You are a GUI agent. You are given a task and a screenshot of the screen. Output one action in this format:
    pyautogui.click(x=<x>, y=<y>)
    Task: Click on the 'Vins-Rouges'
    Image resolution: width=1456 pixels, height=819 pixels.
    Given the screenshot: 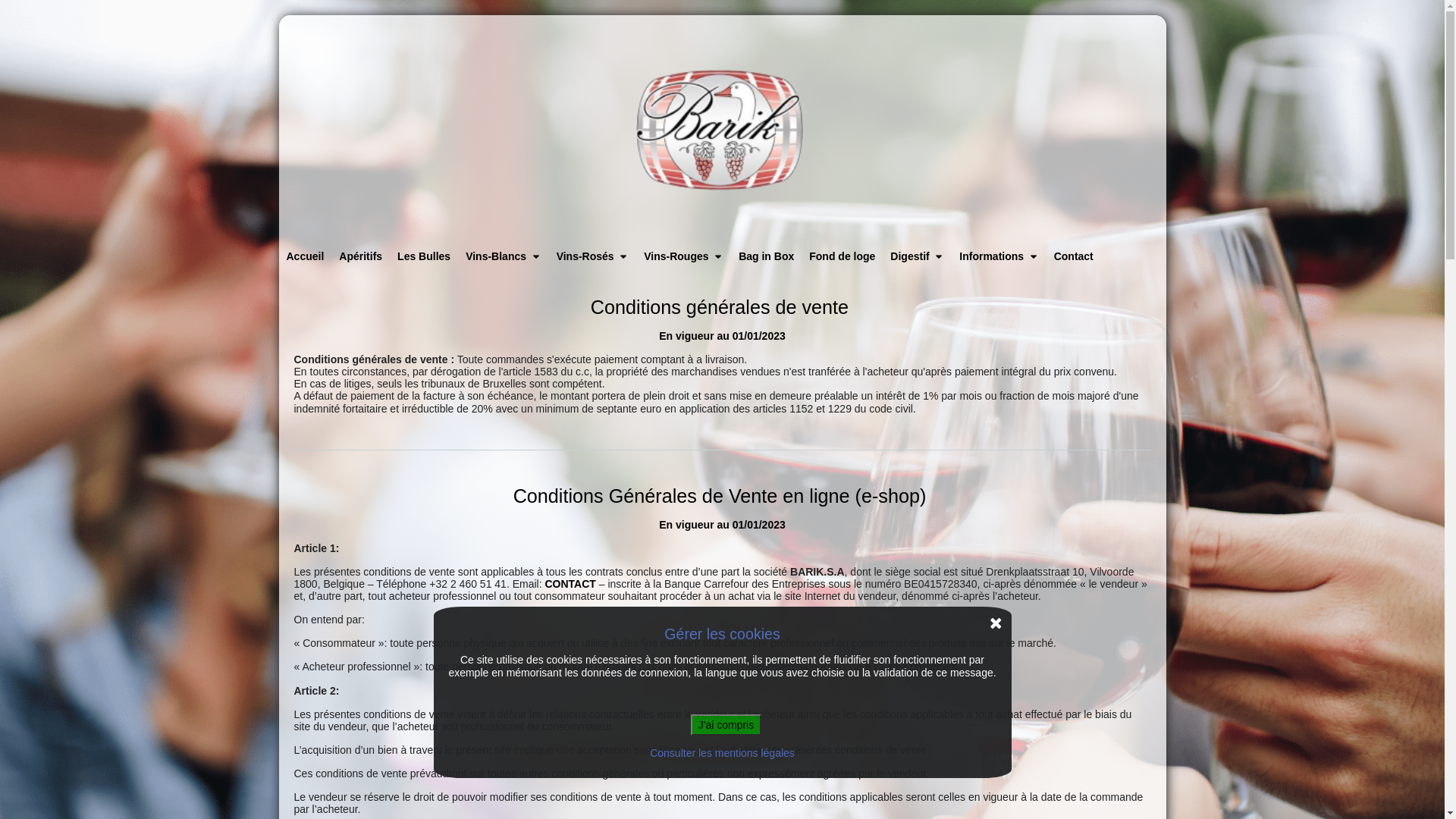 What is the action you would take?
    pyautogui.click(x=682, y=256)
    